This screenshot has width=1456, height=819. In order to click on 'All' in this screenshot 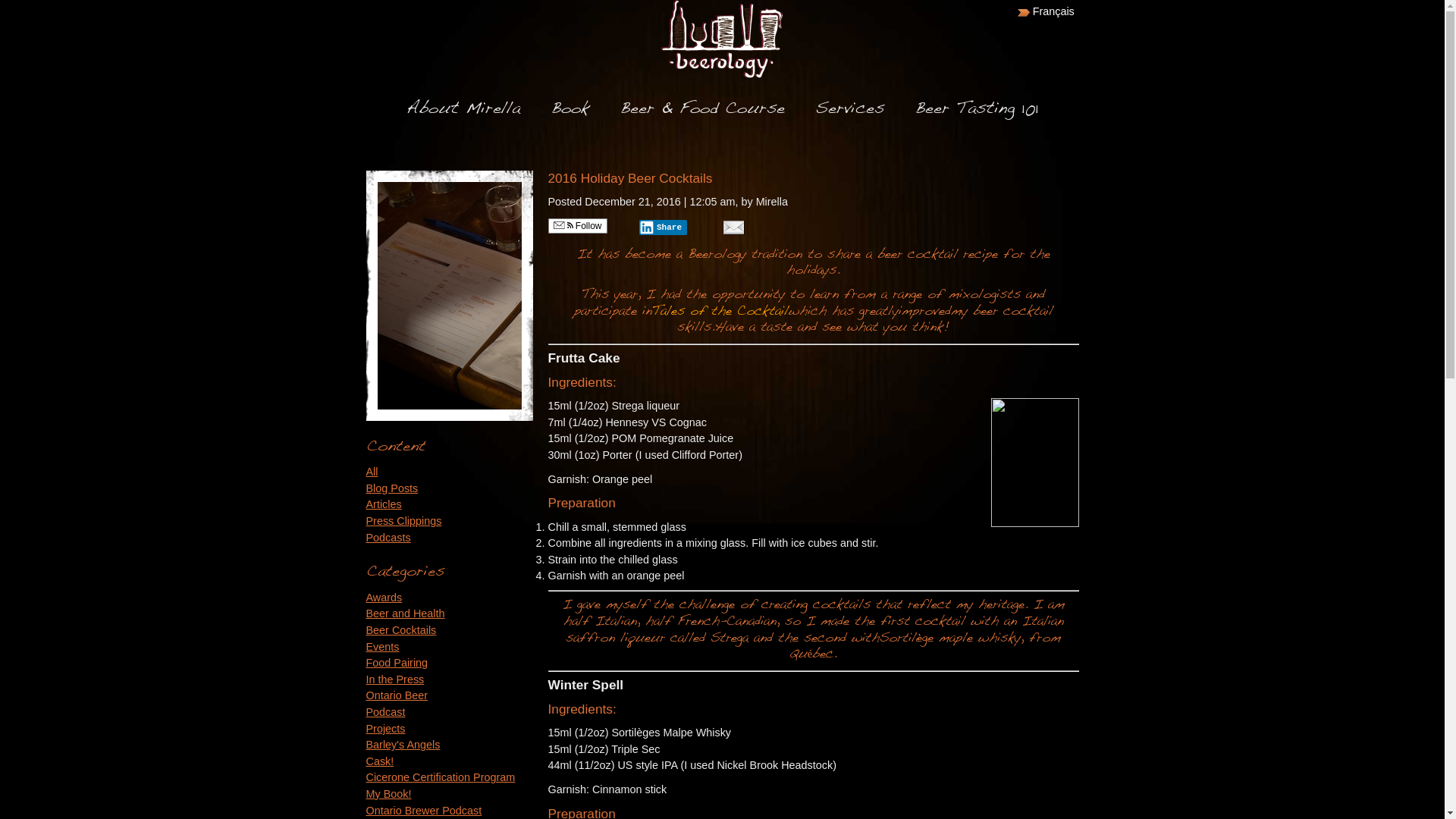, I will do `click(371, 470)`.